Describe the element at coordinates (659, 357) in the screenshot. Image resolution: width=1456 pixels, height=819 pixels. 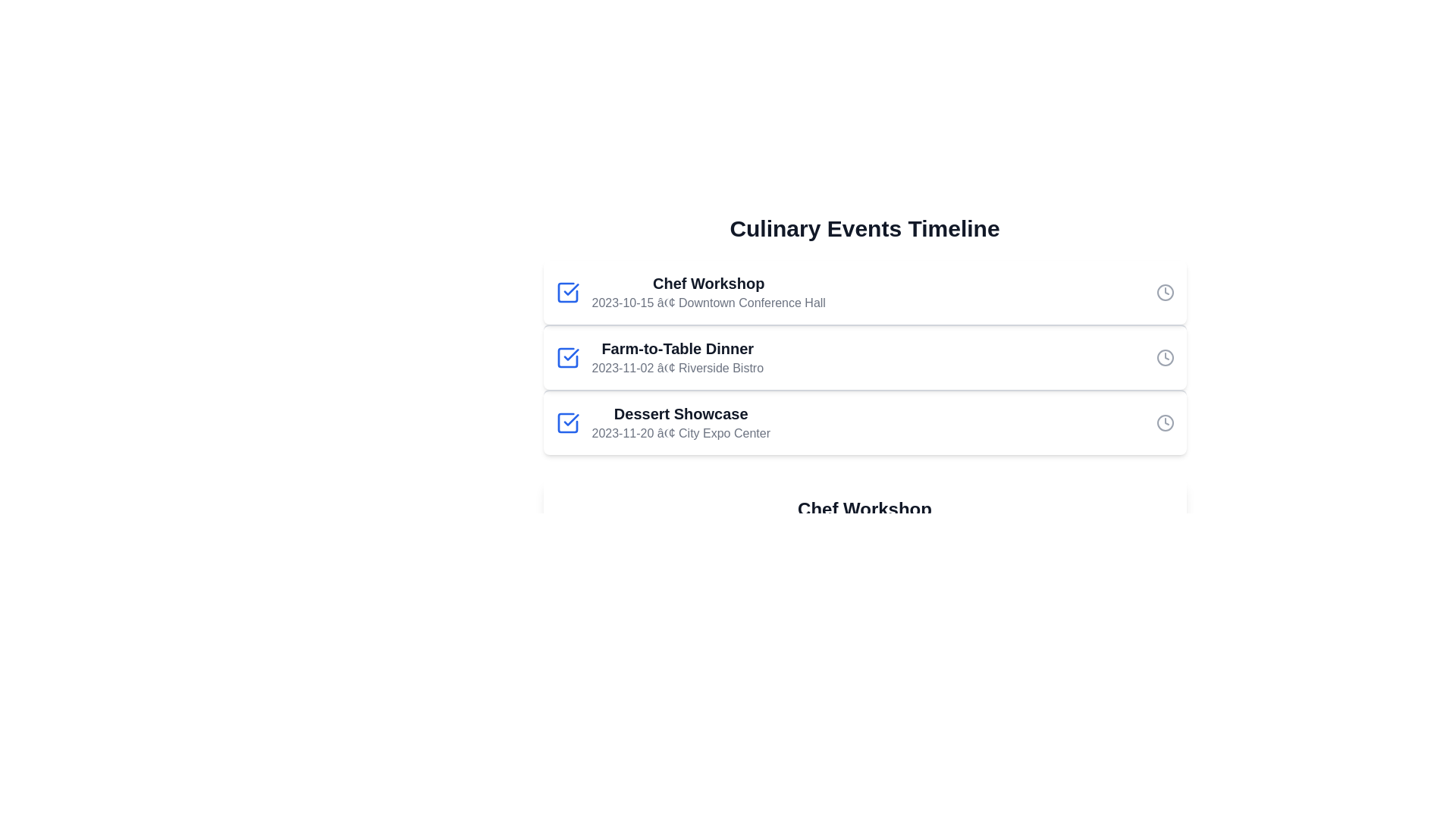
I see `the text of the second event list item representing an event, which is located between 'Chef Workshop' and 'Dessert Showcase'` at that location.